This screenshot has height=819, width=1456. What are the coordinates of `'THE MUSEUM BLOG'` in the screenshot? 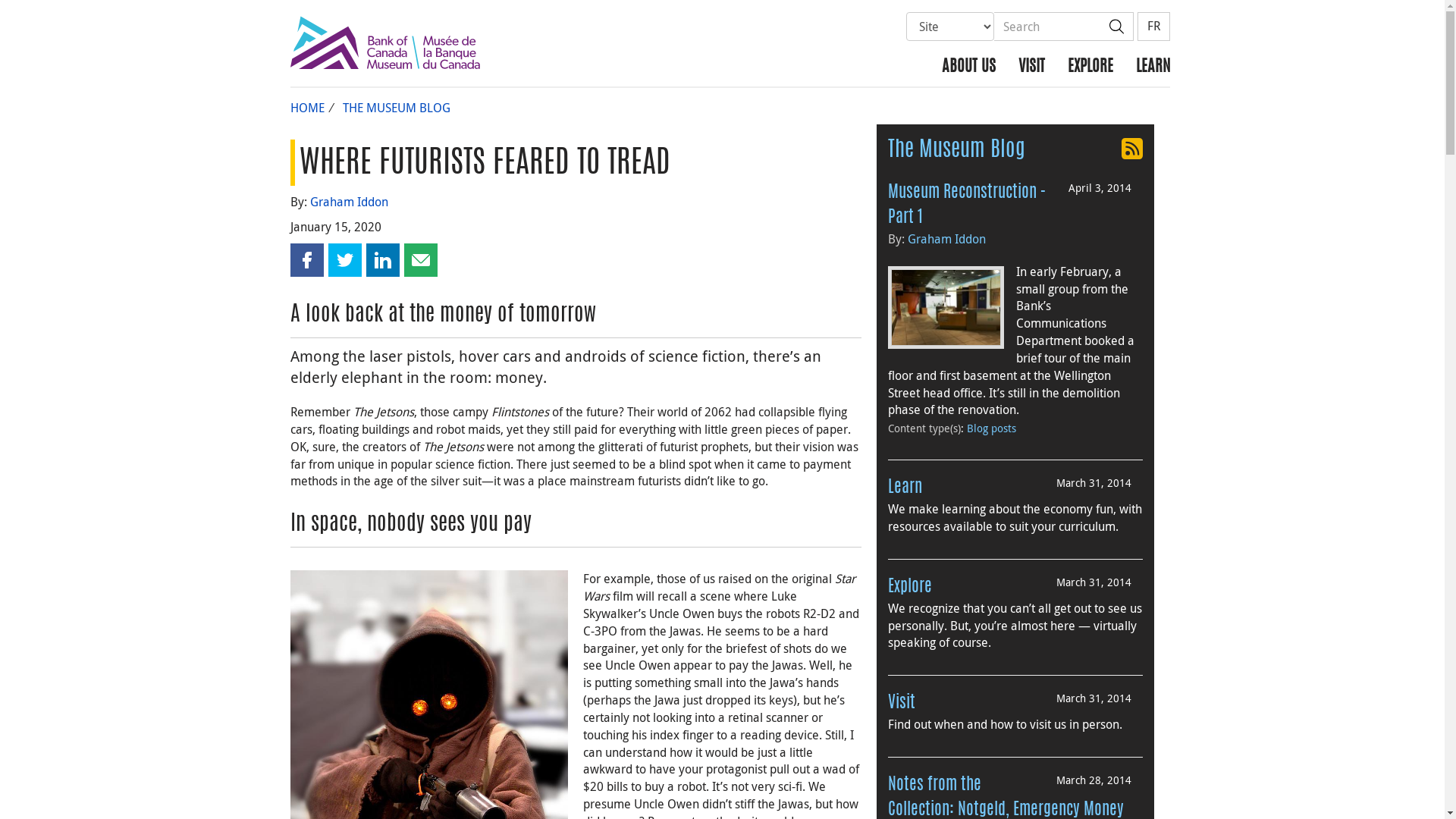 It's located at (397, 107).